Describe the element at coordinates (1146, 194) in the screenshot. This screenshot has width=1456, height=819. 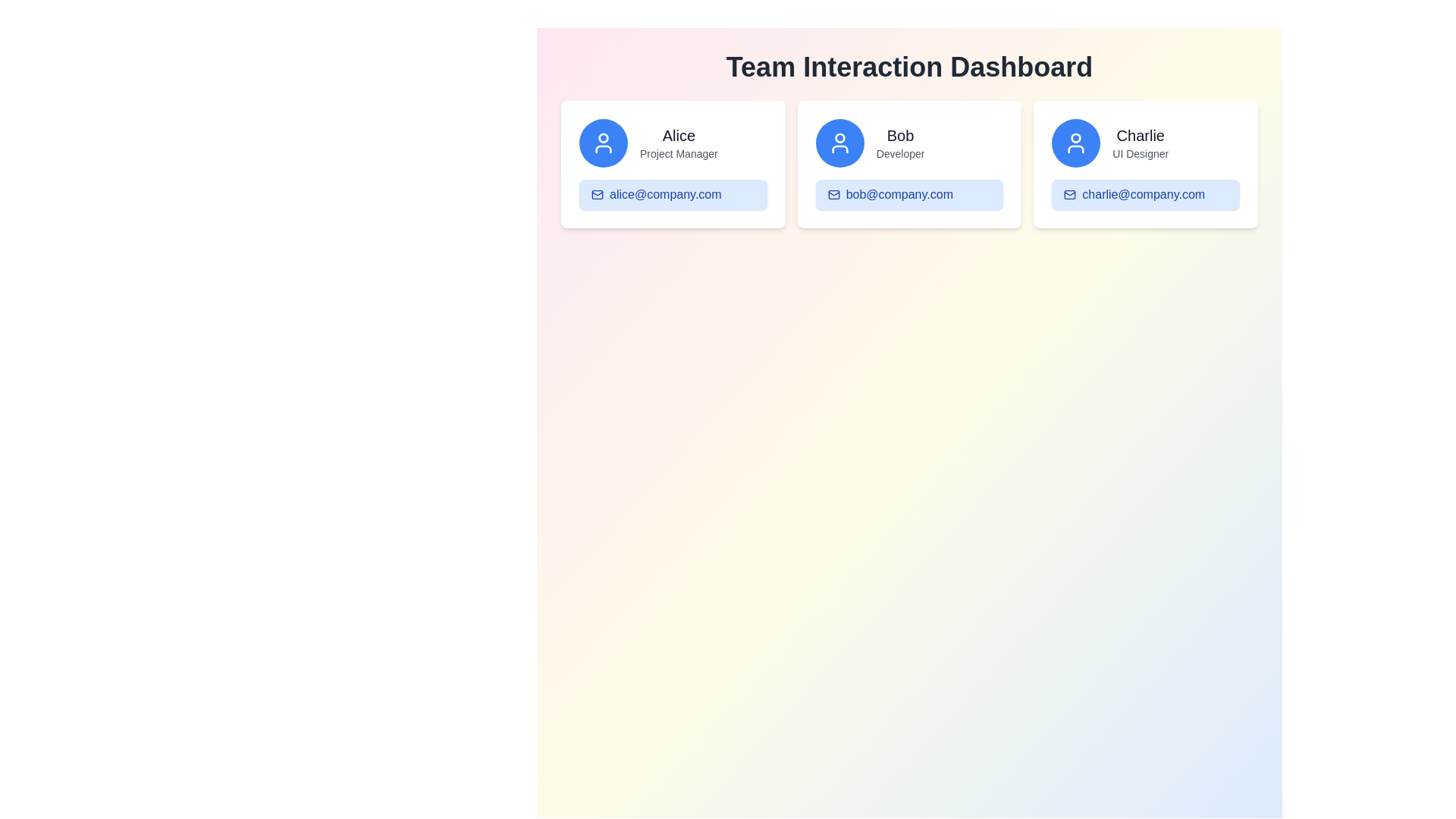
I see `the button styled as a badge for initiating communication with Charlie, the UI Designer, located within the third card in the horizontal list layout` at that location.